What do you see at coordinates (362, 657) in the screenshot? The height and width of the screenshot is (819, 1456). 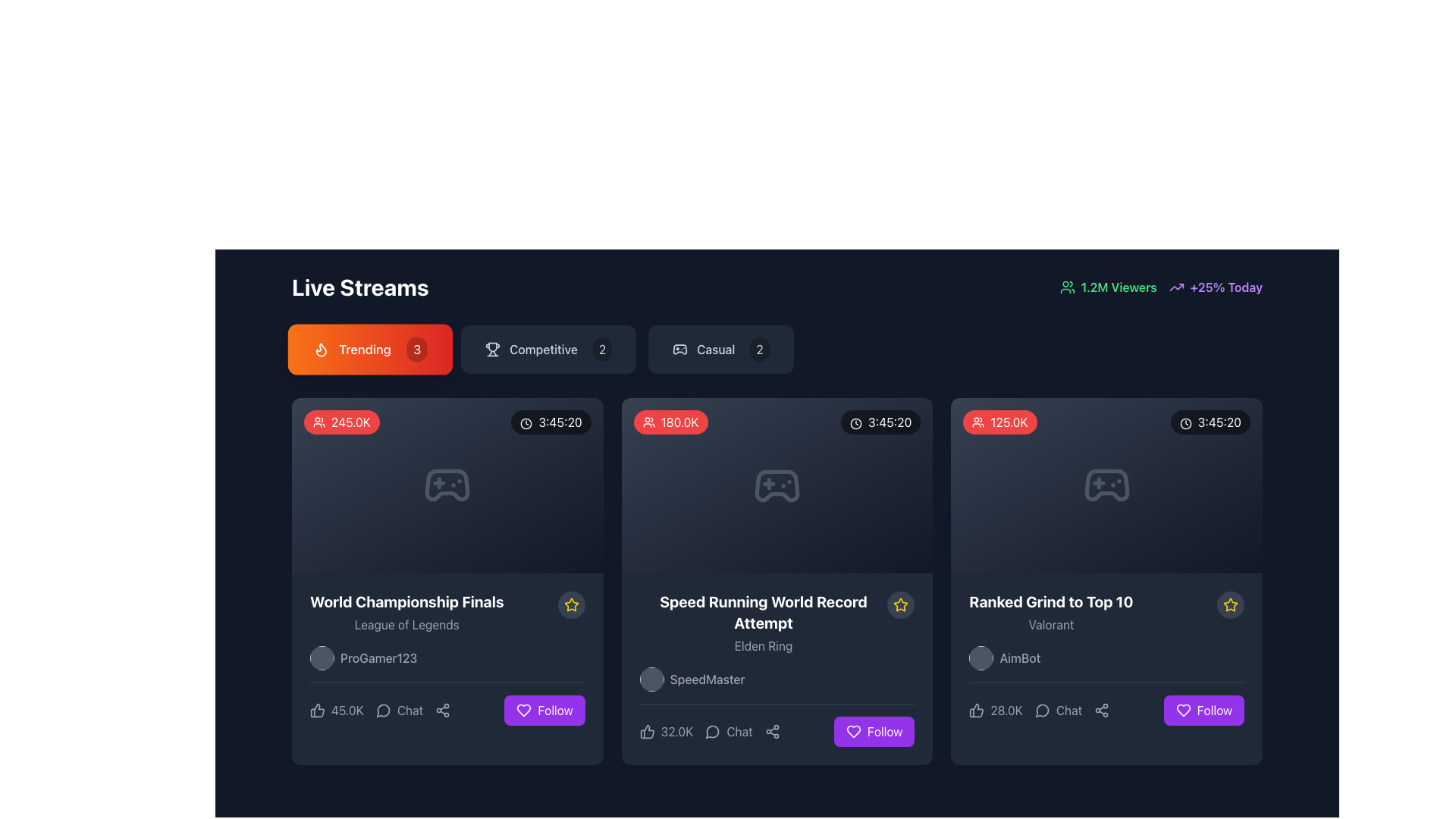 I see `the username text label located in the first column of the live stream cards section under the card titled 'World Championship Finals'` at bounding box center [362, 657].